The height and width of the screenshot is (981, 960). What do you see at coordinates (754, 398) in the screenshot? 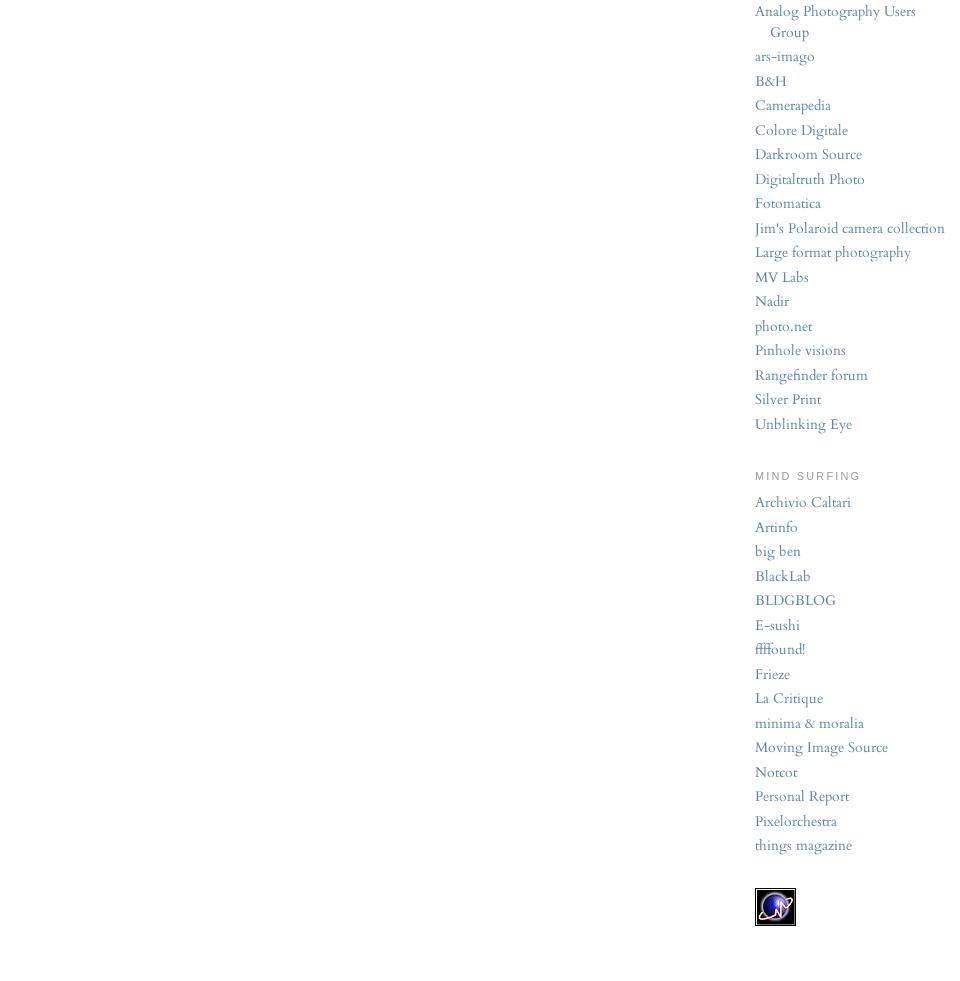
I see `'Silver Print'` at bounding box center [754, 398].